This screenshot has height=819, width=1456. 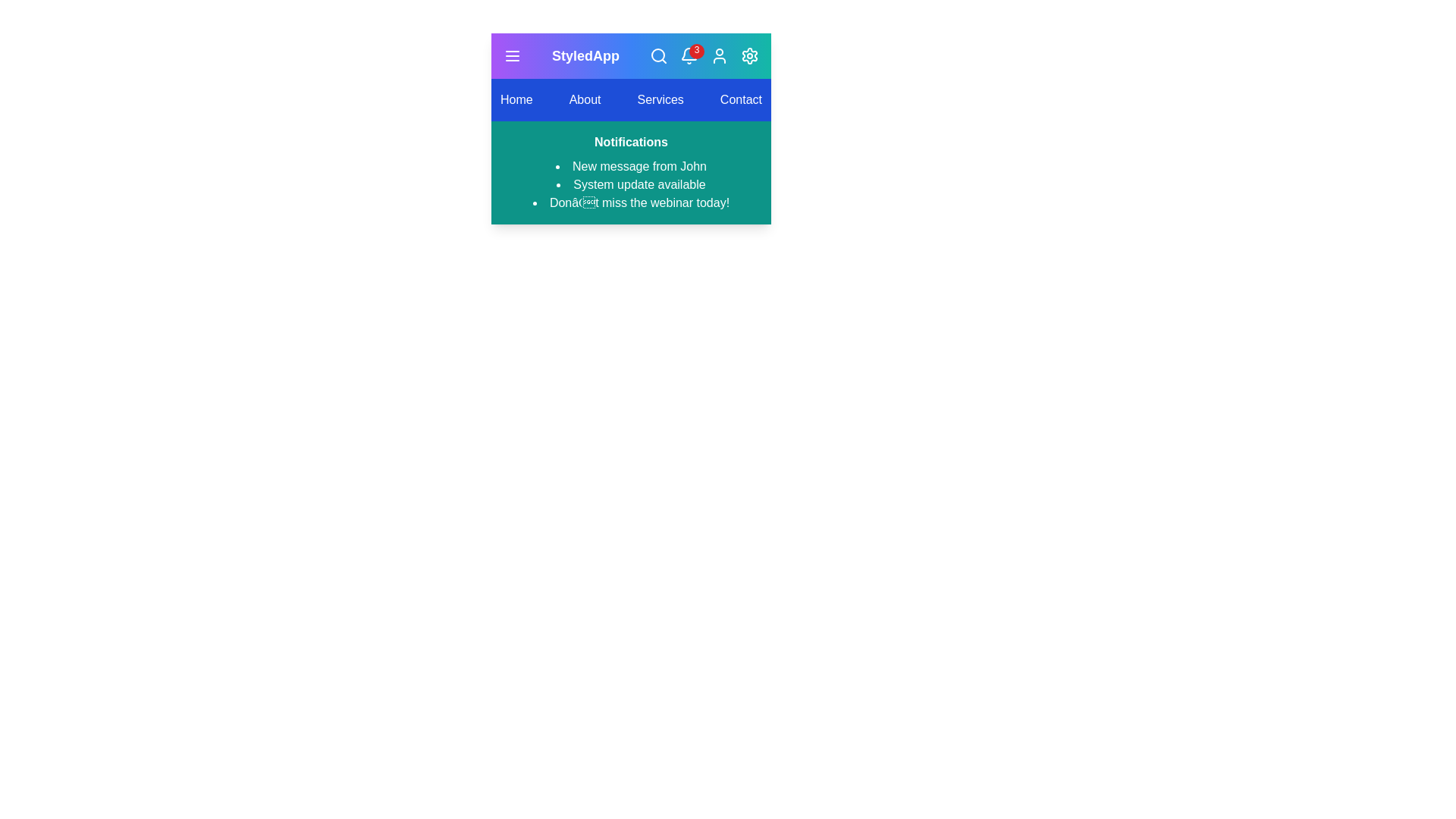 What do you see at coordinates (585, 55) in the screenshot?
I see `the 'StyledApp' text label displayed in bold within the header section of the interface, which has a gradient background from purple to blue` at bounding box center [585, 55].